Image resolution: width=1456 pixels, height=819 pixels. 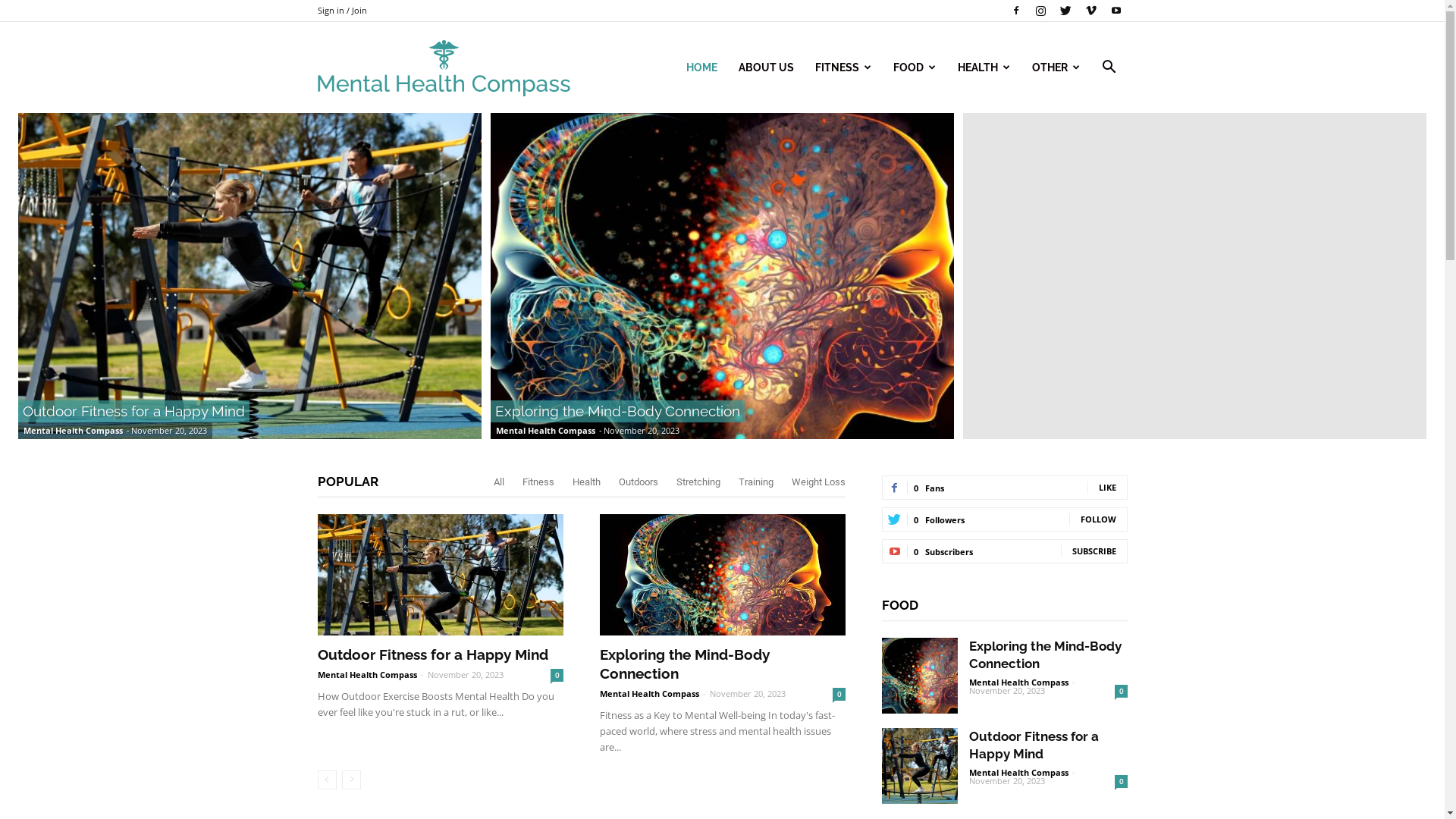 I want to click on 'Weight Loss', so click(x=817, y=482).